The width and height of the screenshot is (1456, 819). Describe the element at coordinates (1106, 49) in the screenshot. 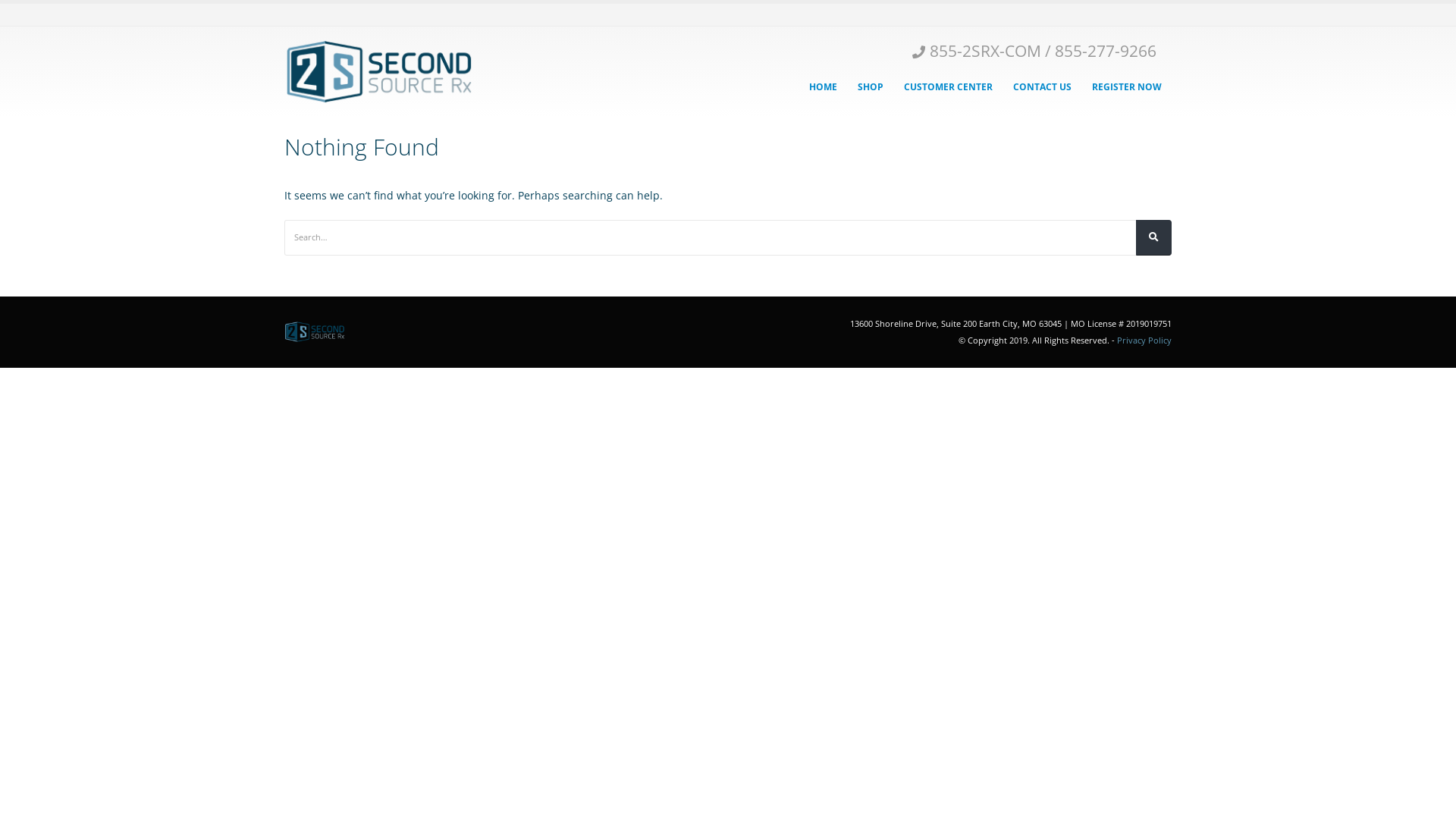

I see `'855-277-9266'` at that location.